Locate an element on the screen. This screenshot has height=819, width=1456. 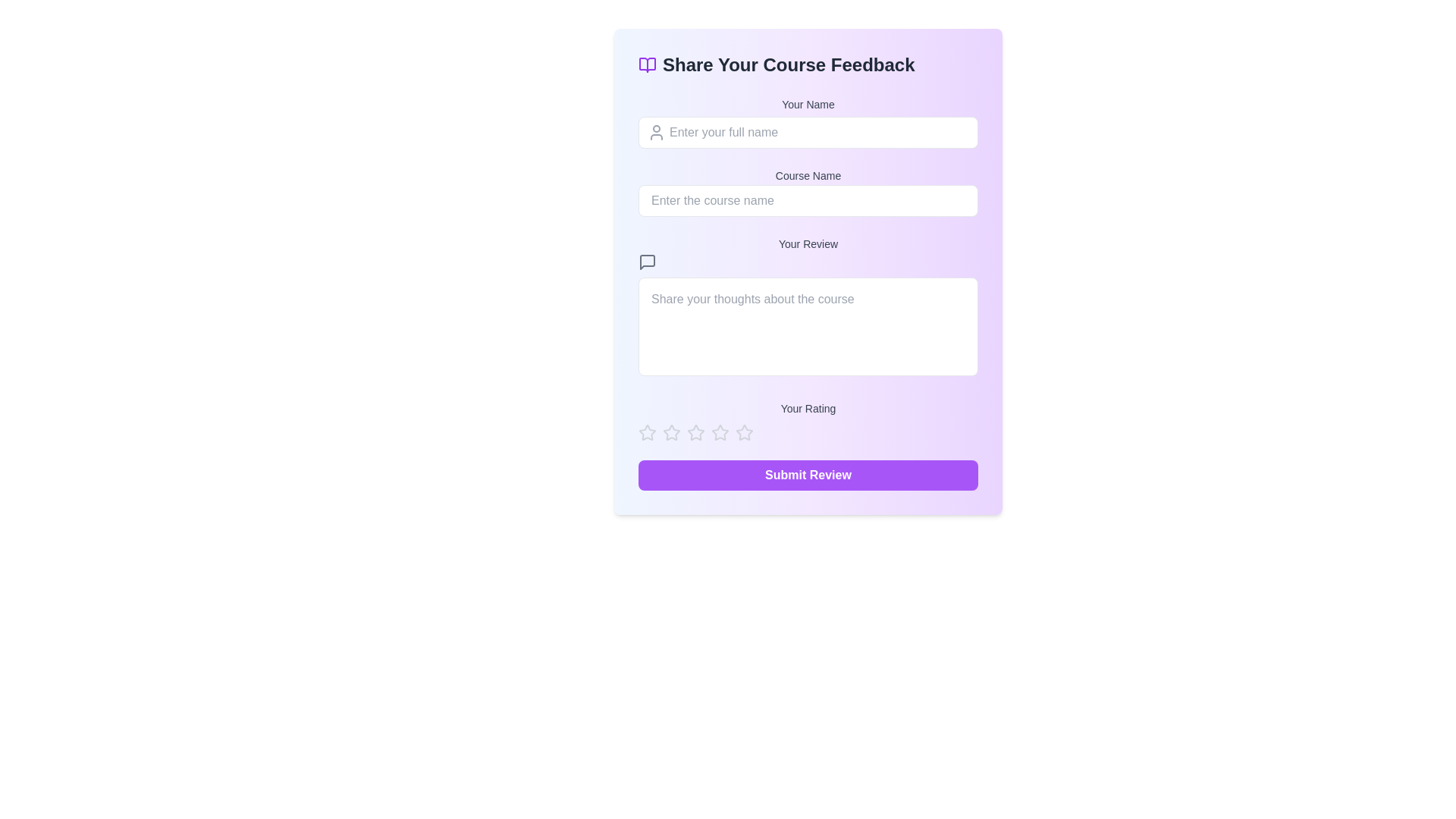
the star in the Rating Component located in the bottom section of the feedback form is located at coordinates (807, 432).